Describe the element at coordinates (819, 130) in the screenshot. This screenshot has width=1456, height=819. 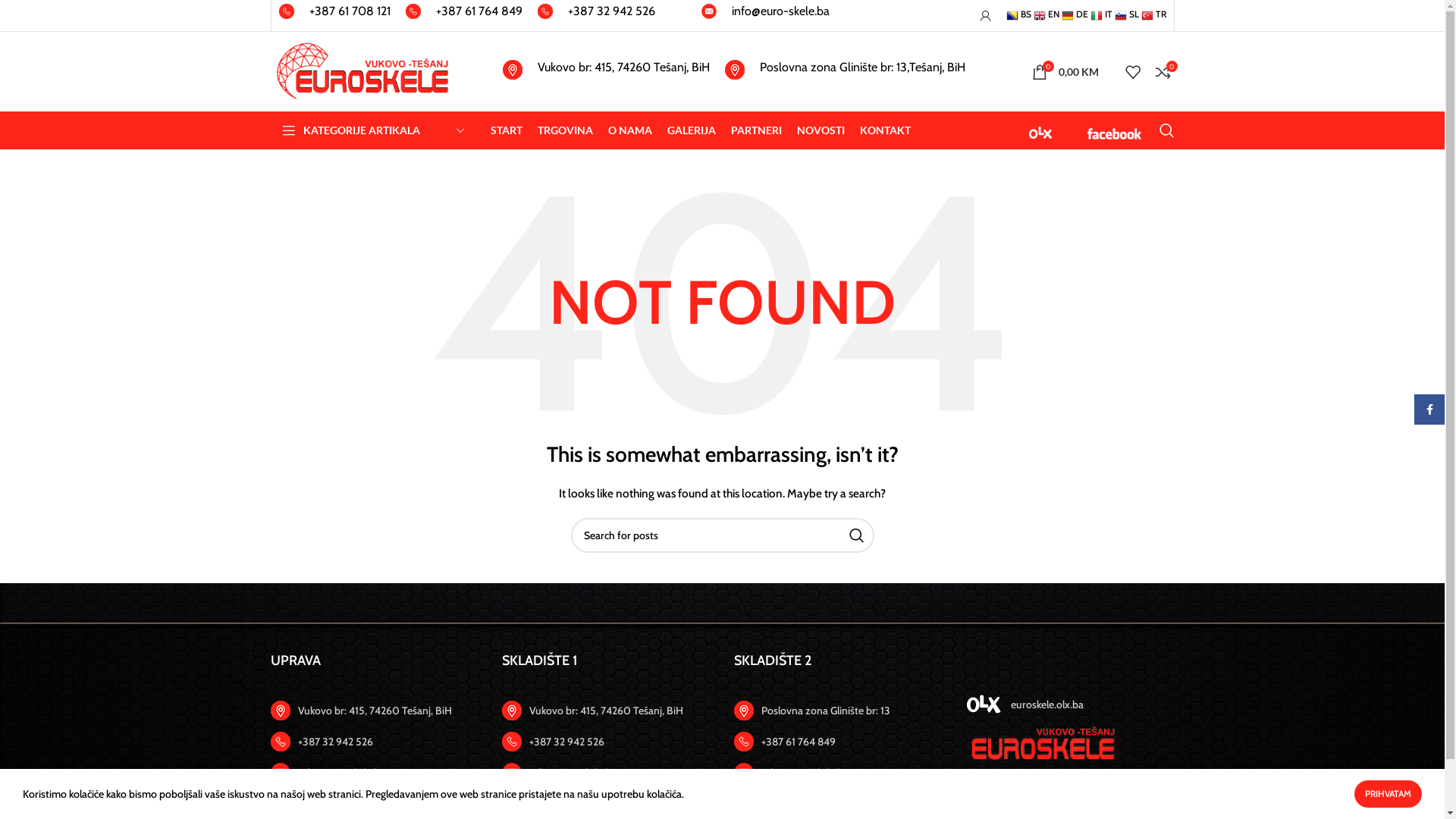
I see `'NOVOSTI'` at that location.